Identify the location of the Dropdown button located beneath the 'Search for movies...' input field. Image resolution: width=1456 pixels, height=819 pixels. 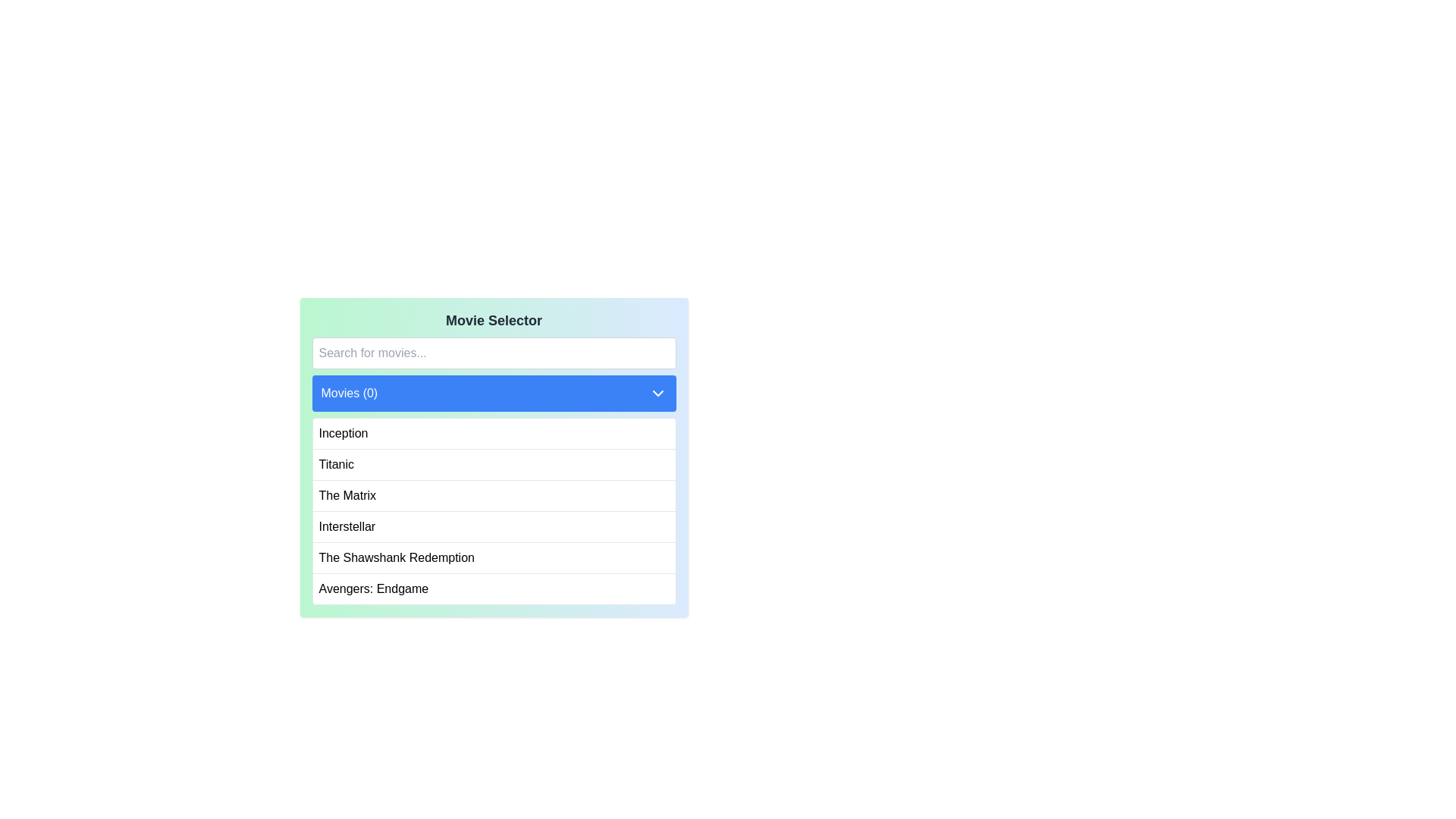
(494, 393).